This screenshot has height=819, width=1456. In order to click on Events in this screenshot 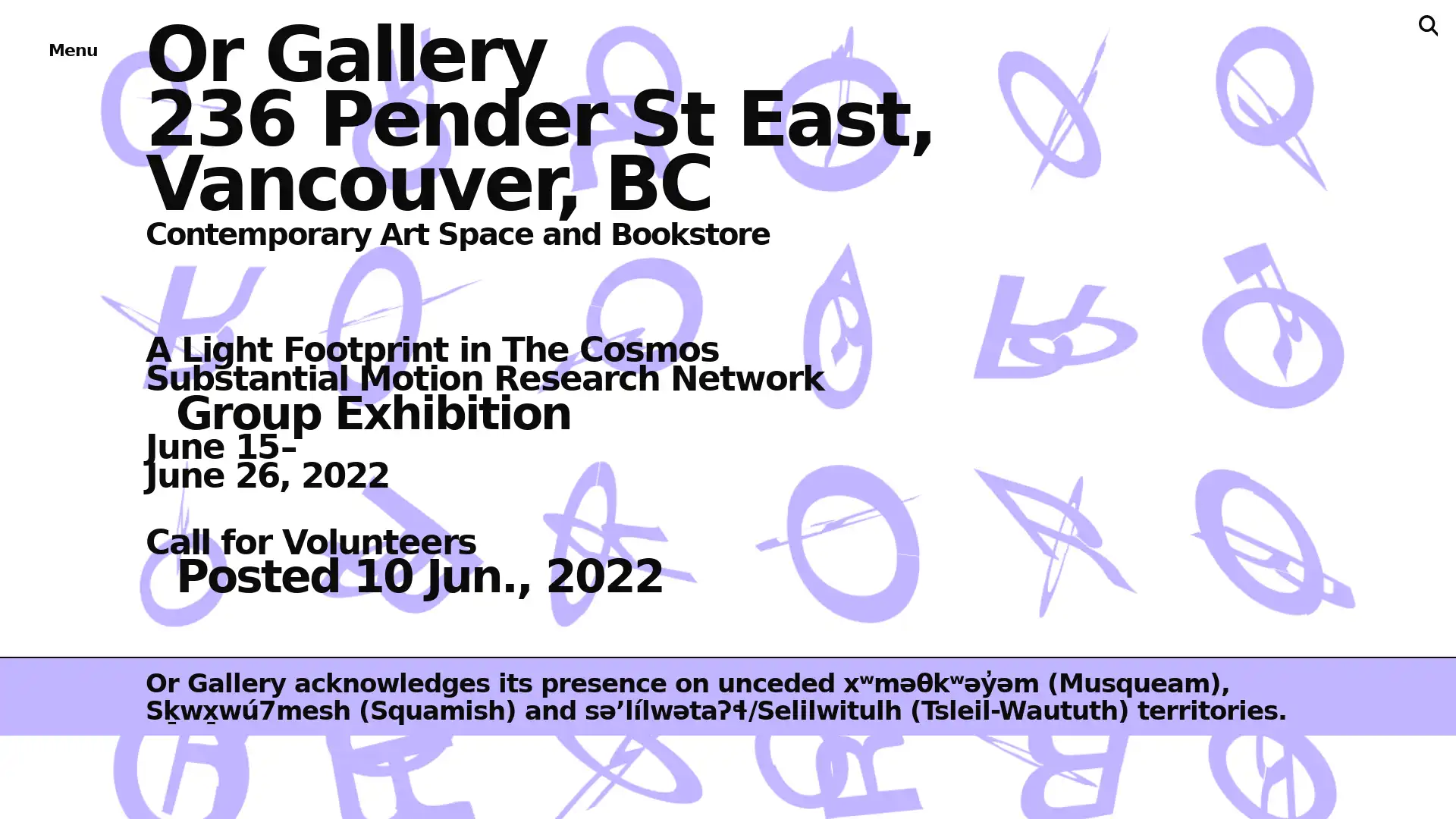, I will do `click(329, 241)`.